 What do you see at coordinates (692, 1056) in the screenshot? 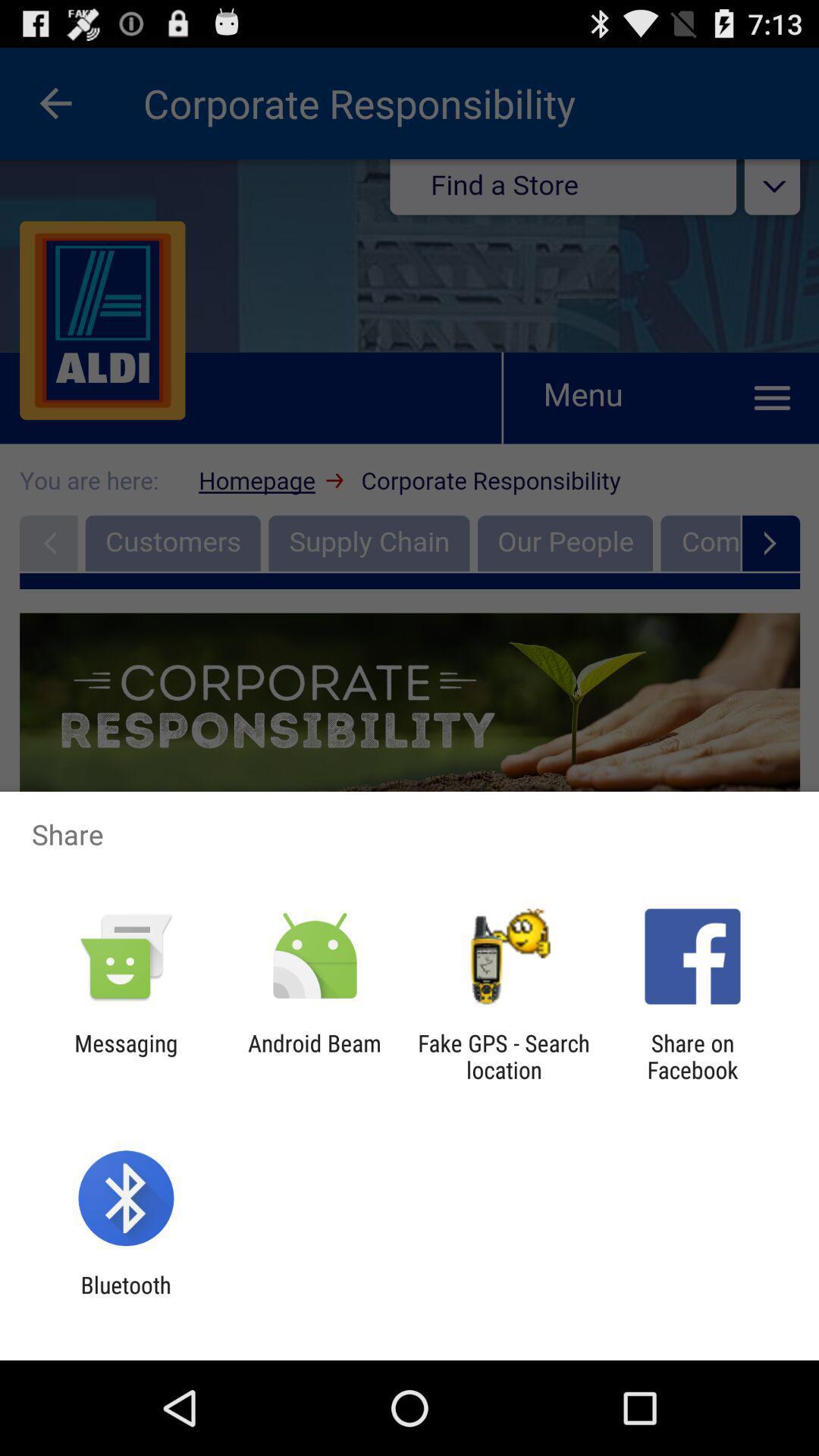
I see `share on facebook app` at bounding box center [692, 1056].